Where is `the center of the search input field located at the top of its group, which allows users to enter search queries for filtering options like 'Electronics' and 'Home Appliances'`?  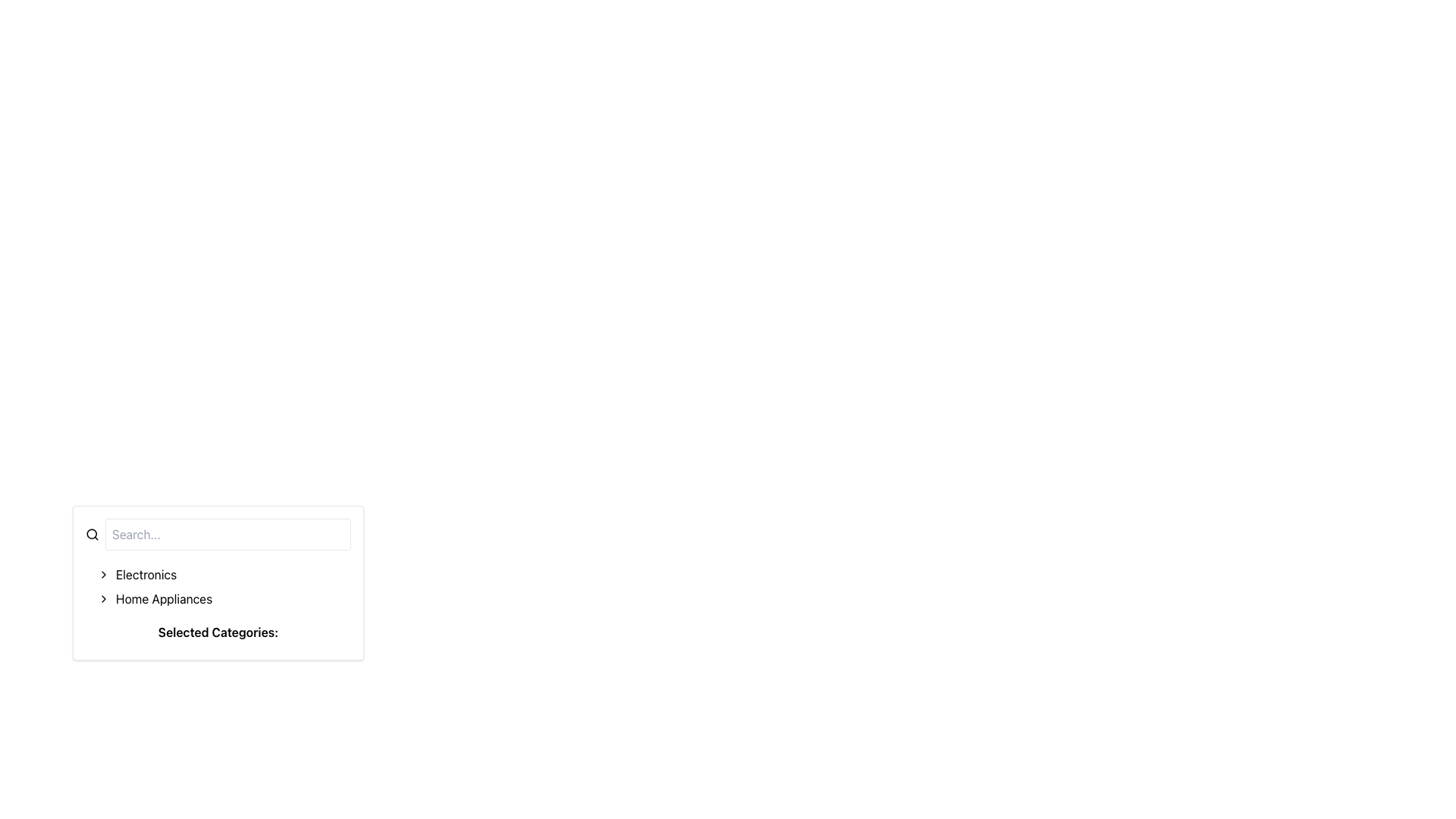
the center of the search input field located at the top of its group, which allows users to enter search queries for filtering options like 'Electronics' and 'Home Appliances' is located at coordinates (218, 534).